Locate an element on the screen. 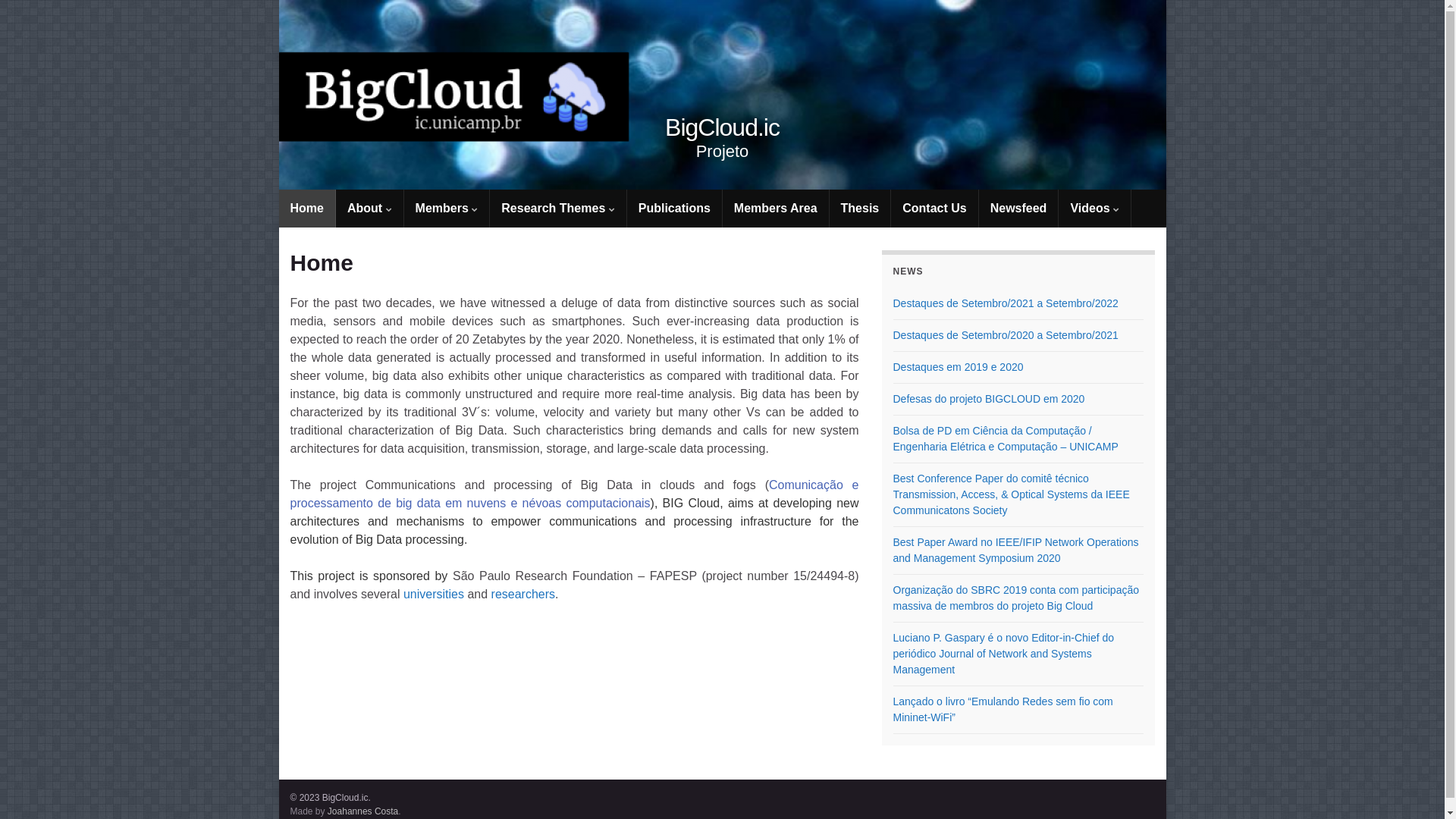 The height and width of the screenshot is (819, 1456). 'Publications' is located at coordinates (626, 208).